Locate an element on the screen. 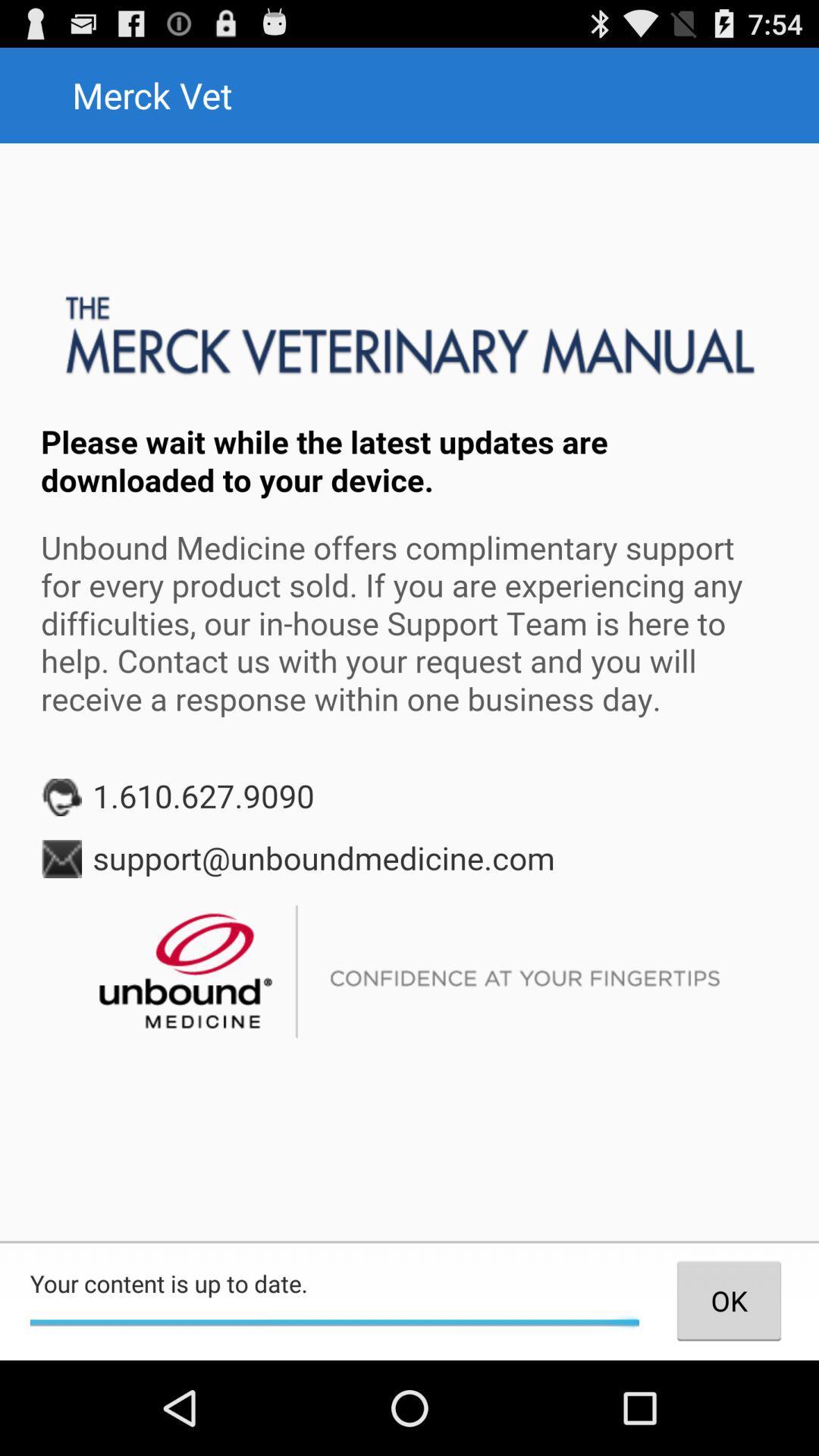 Image resolution: width=819 pixels, height=1456 pixels. redirection screen is located at coordinates (409, 691).